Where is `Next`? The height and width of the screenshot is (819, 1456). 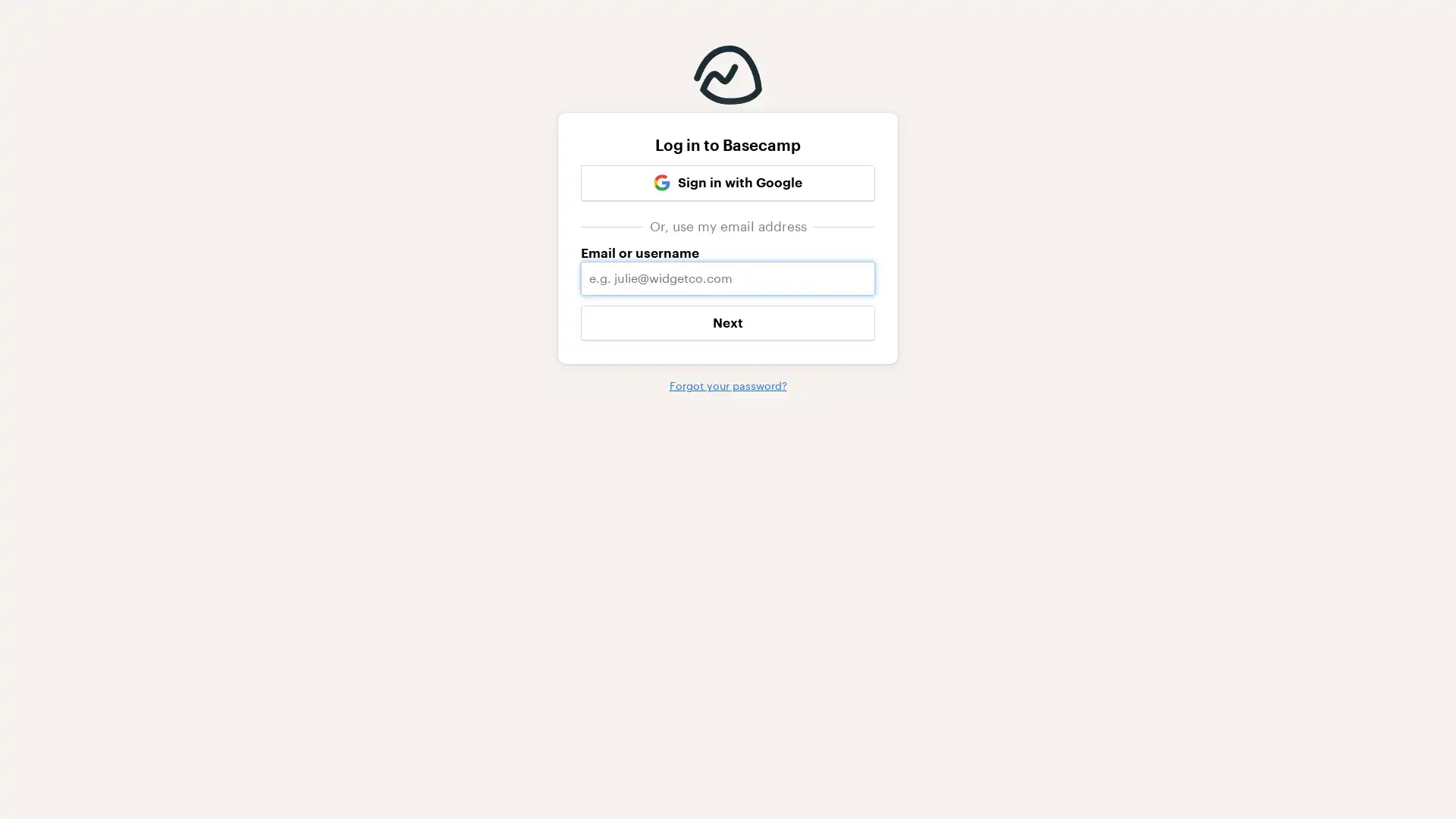
Next is located at coordinates (728, 322).